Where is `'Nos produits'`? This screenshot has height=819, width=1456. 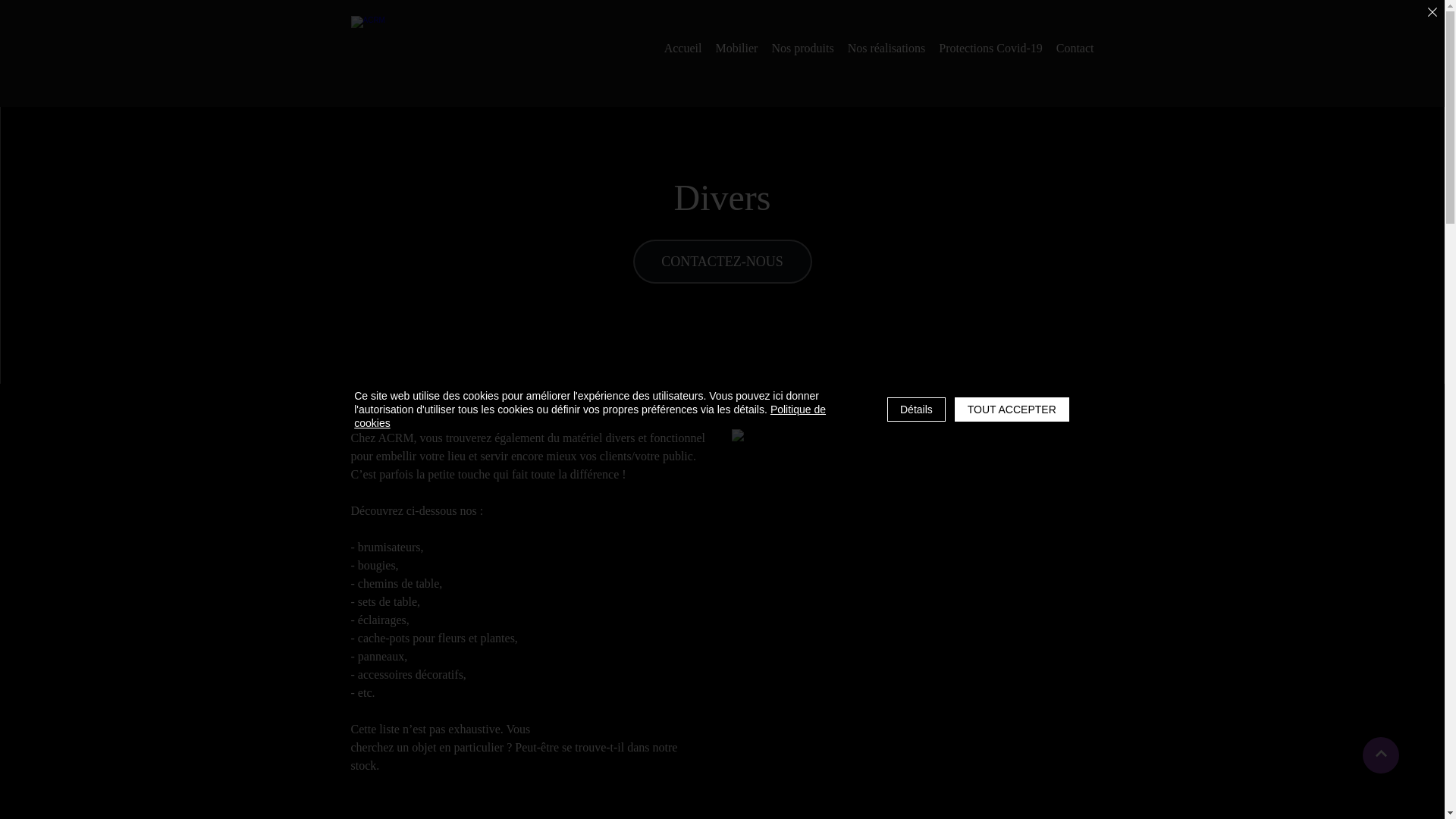
'Nos produits' is located at coordinates (801, 48).